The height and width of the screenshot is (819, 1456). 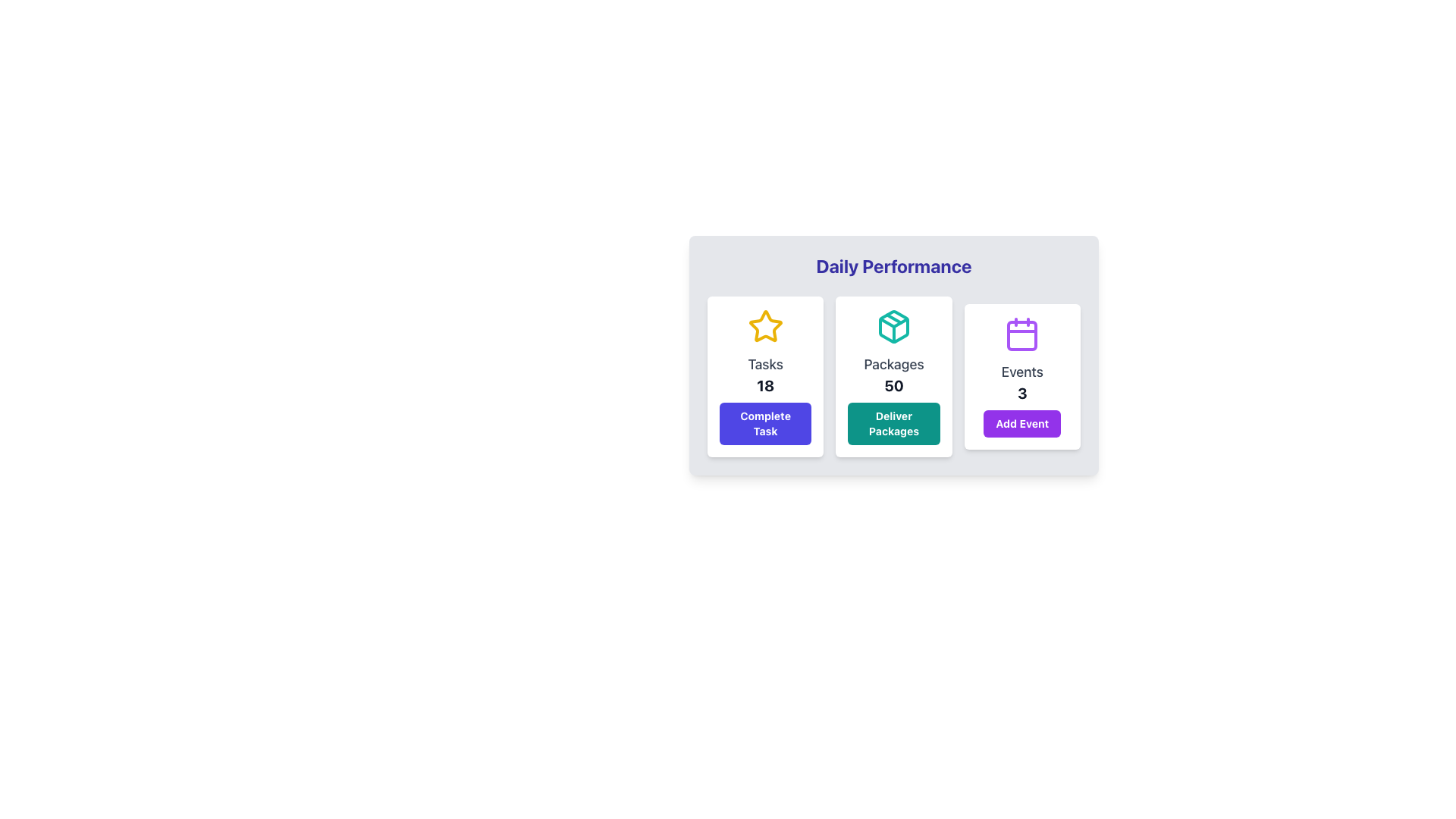 I want to click on the button located in the bottom part of the 'Events' card, which is the third card from the left, to initiate the action for adding a new event, so click(x=1022, y=424).